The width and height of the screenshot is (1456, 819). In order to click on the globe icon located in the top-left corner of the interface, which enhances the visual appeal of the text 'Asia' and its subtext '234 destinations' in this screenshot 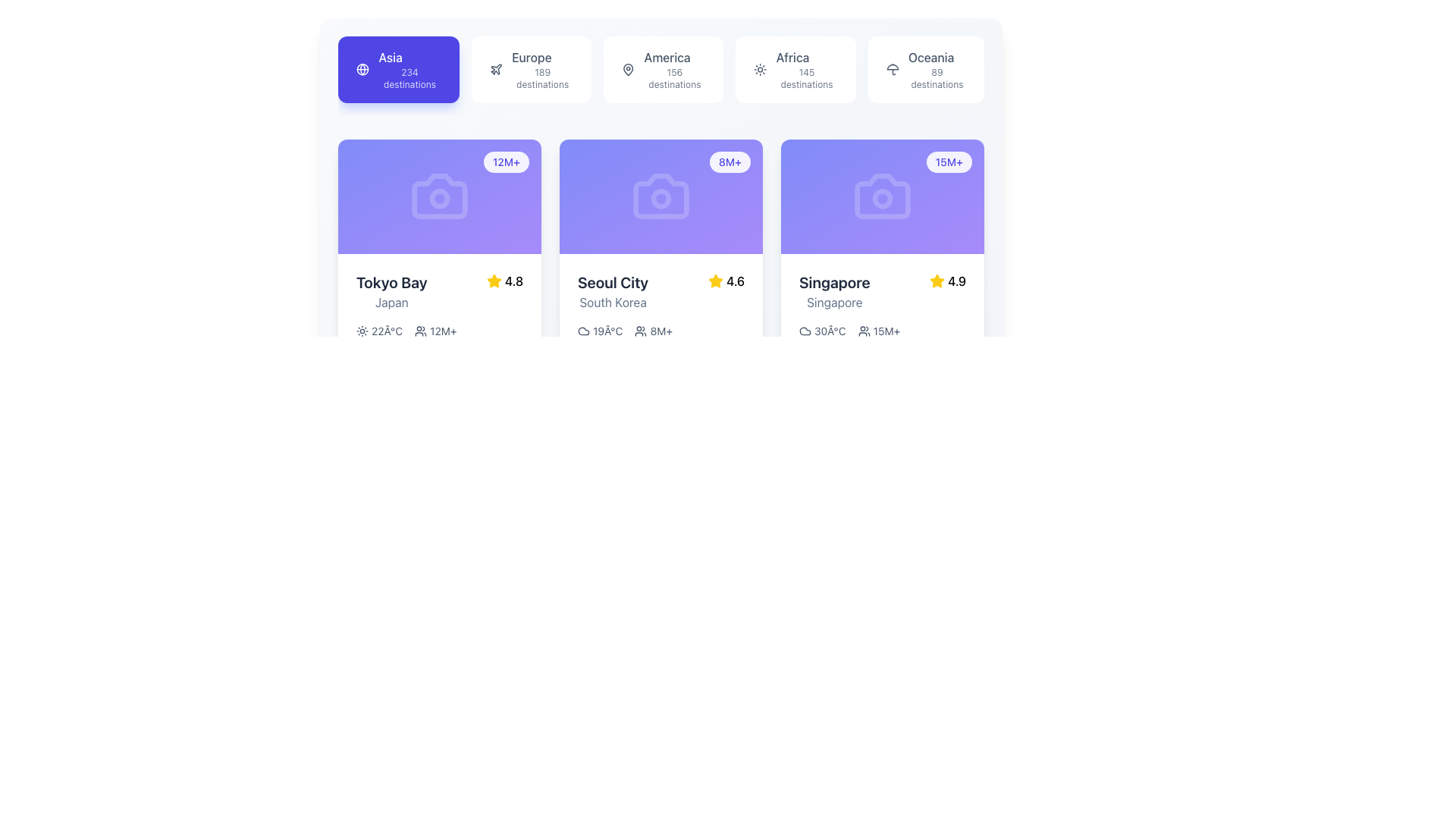, I will do `click(362, 70)`.